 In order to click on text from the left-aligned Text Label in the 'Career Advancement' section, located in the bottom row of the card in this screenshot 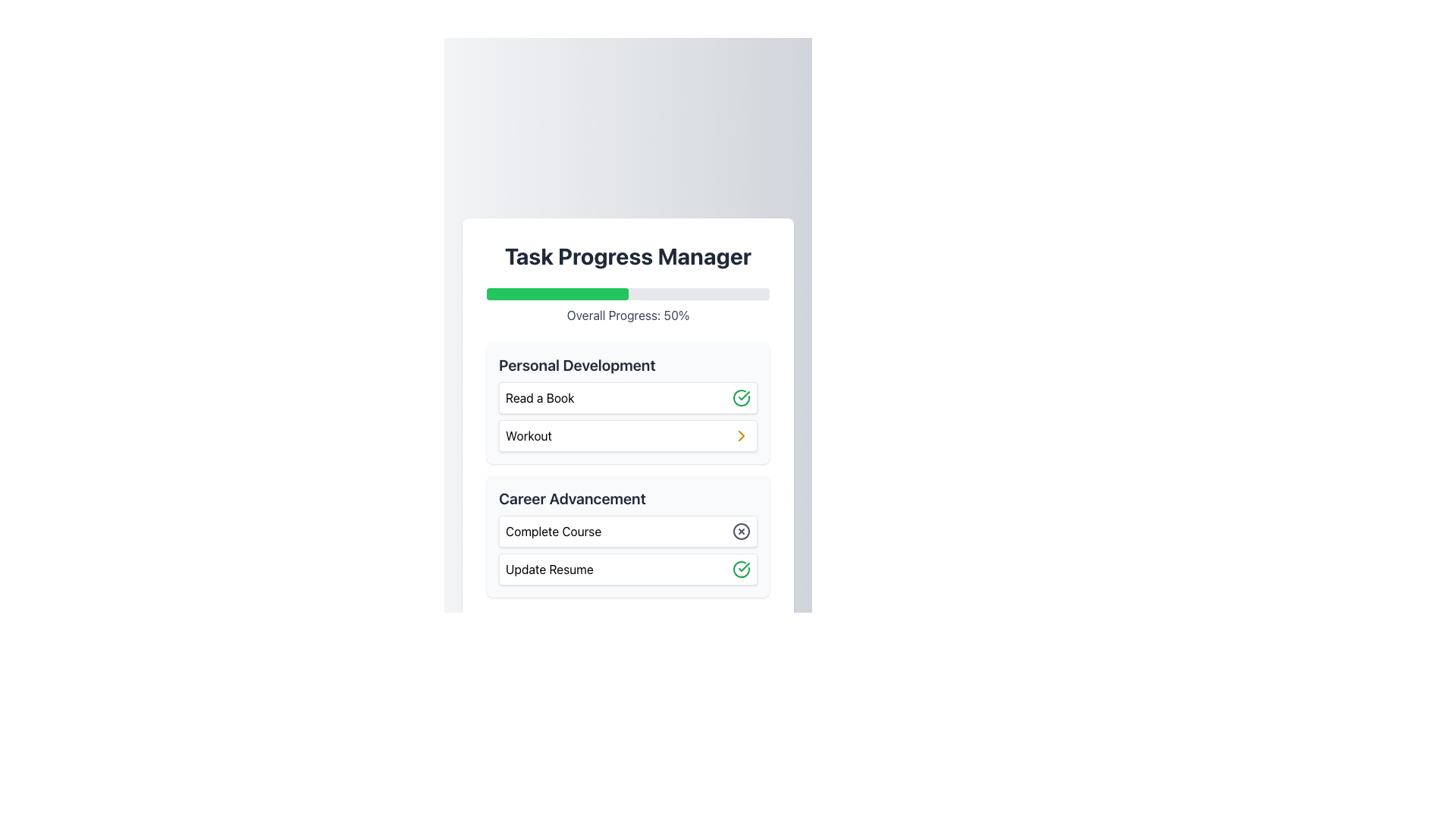, I will do `click(548, 570)`.